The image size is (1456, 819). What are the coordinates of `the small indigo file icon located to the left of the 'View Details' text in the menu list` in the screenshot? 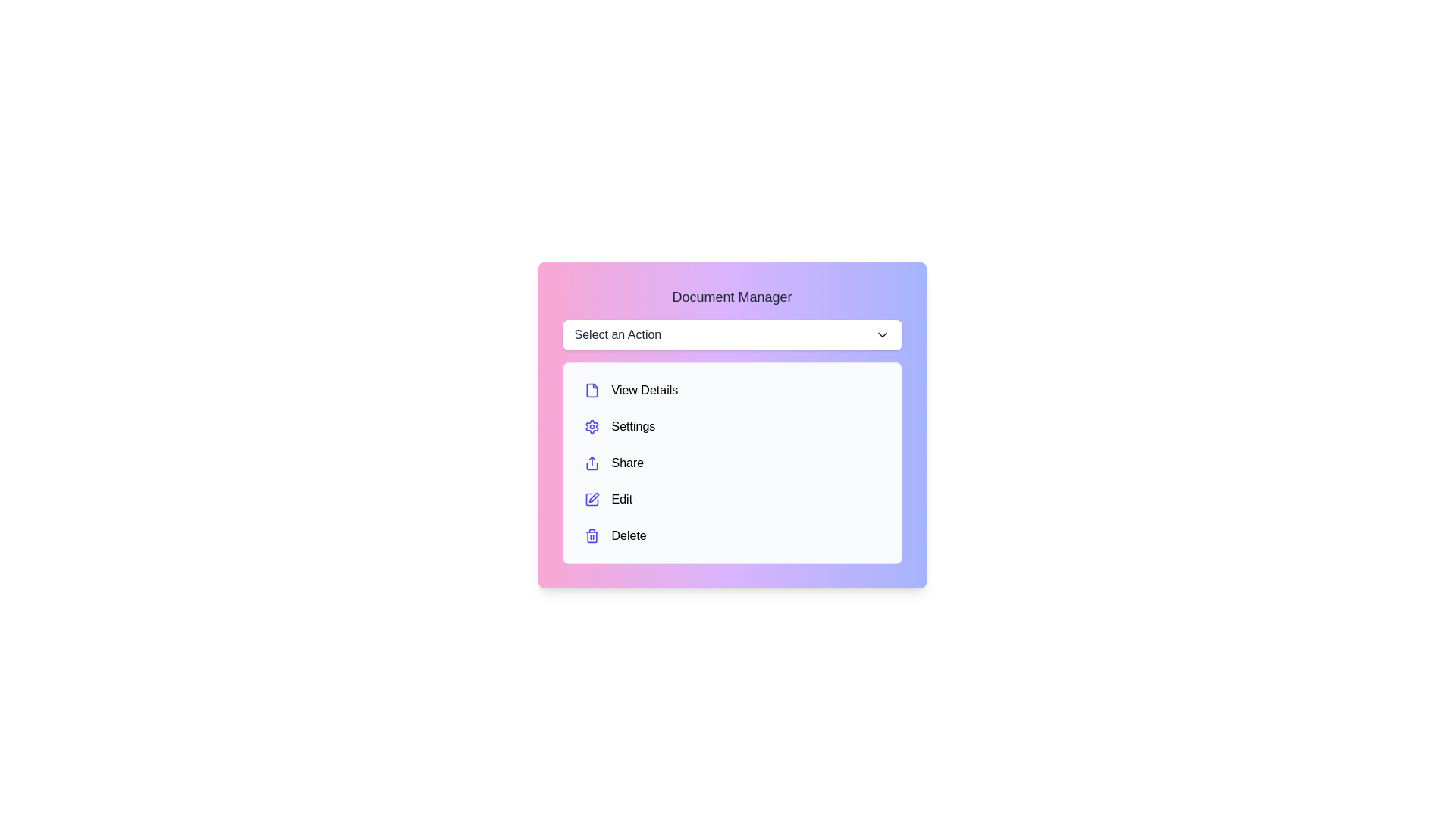 It's located at (591, 390).